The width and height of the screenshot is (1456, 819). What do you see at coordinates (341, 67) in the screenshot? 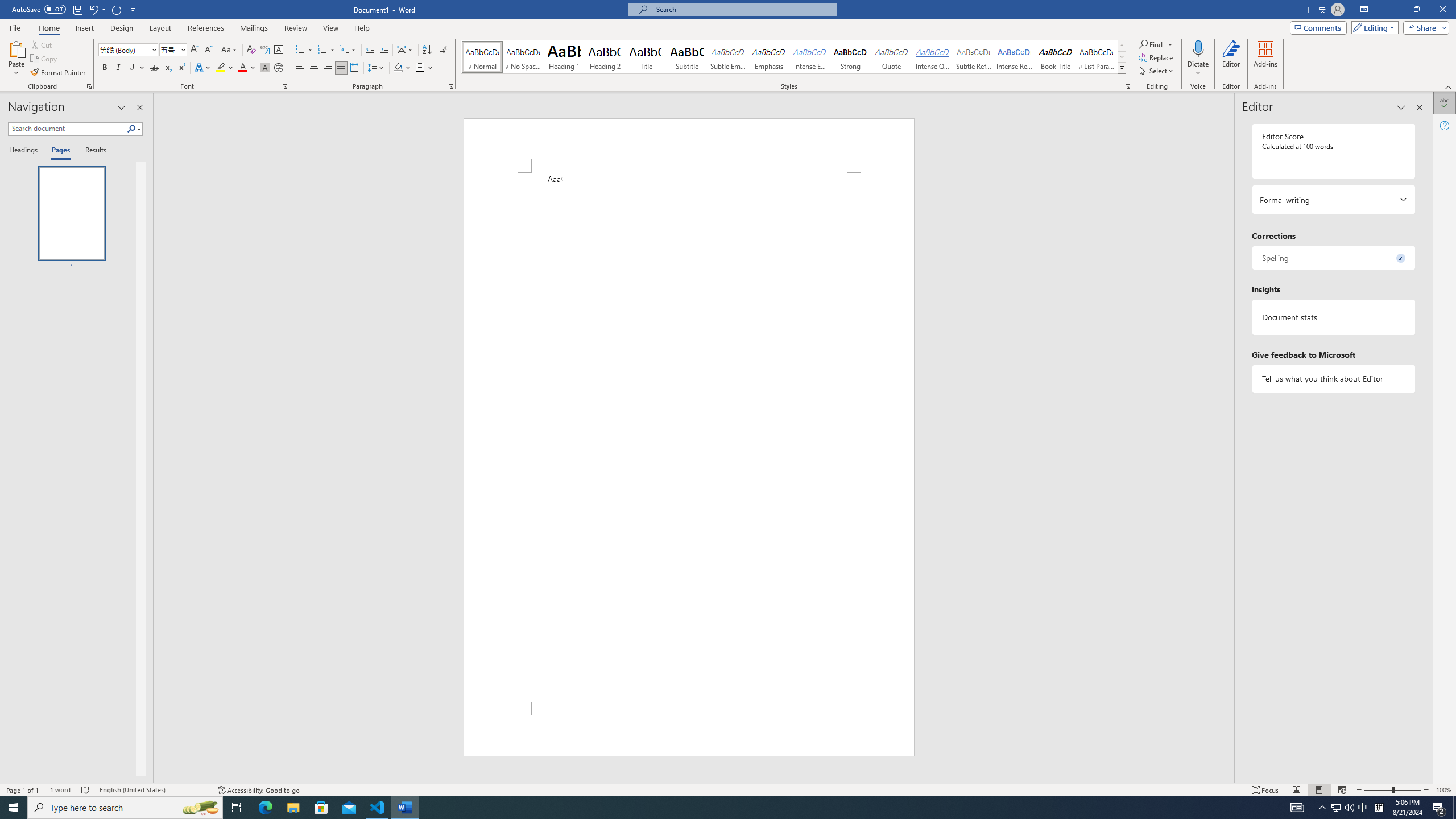
I see `'Justify'` at bounding box center [341, 67].